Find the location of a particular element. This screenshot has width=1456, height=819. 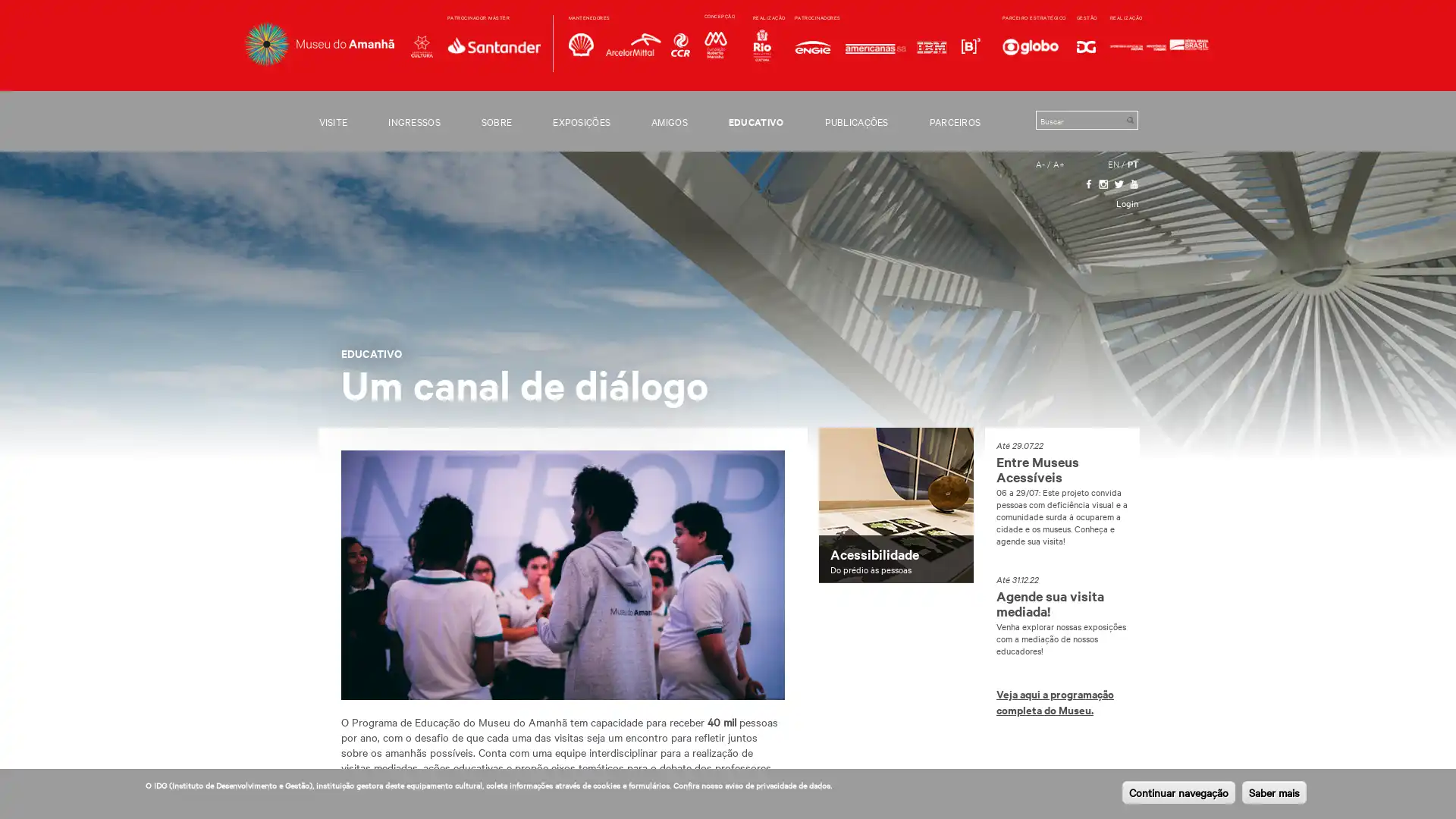

Continuar navegacao is located at coordinates (1178, 792).